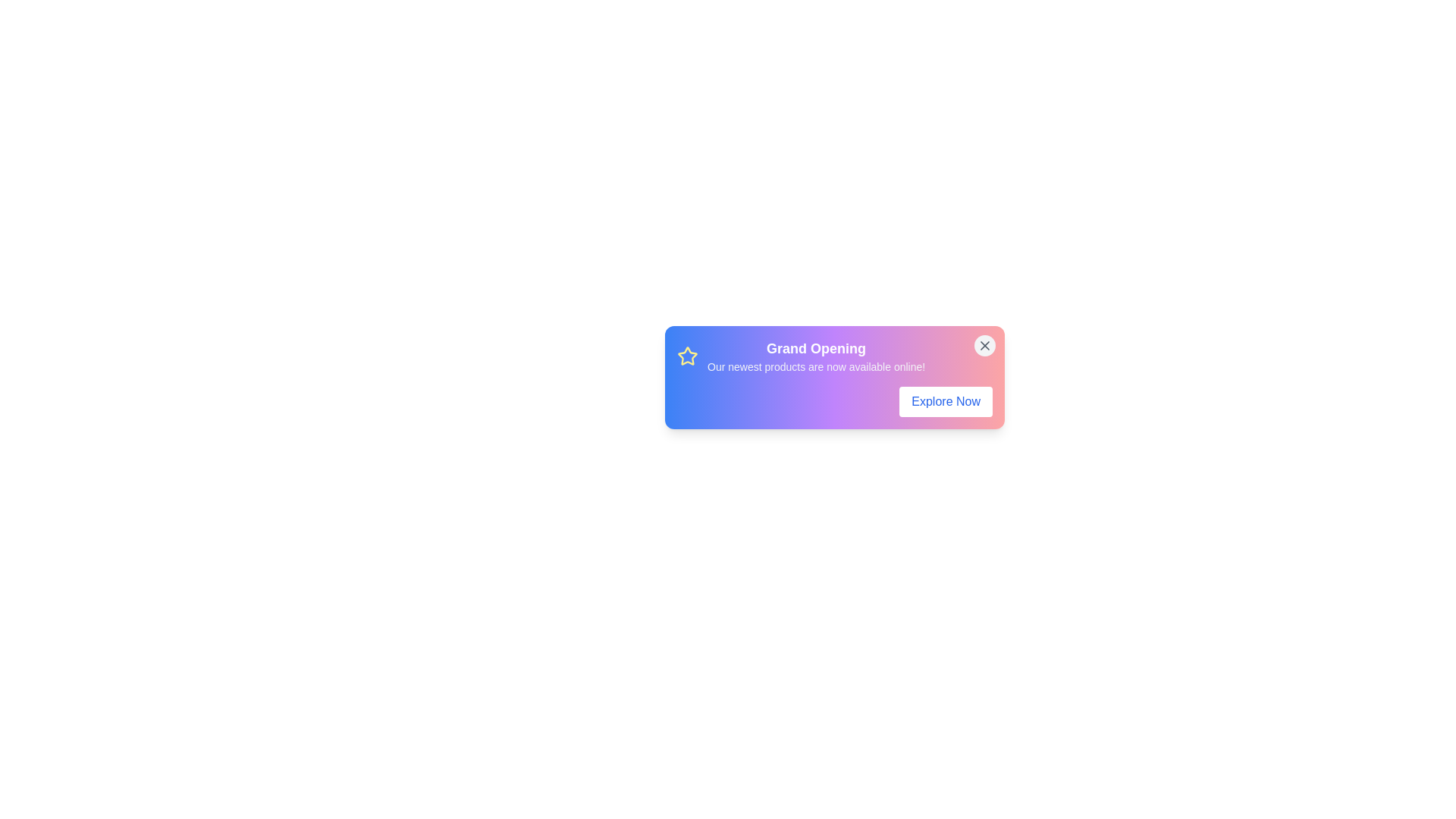  Describe the element at coordinates (985, 345) in the screenshot. I see `the distinct circular button with a light gray background and a dark gray 'X' icon located at the top right corner of the message dialog` at that location.